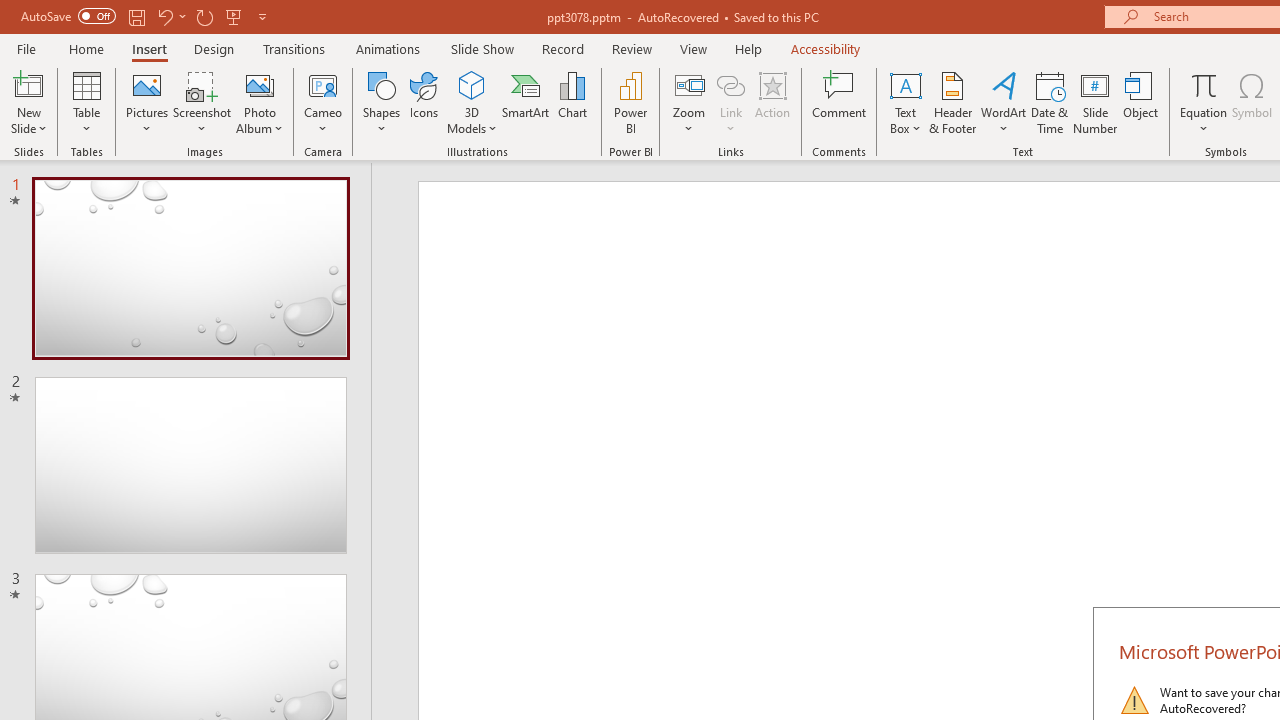 The height and width of the screenshot is (720, 1280). Describe the element at coordinates (86, 103) in the screenshot. I see `'Table'` at that location.